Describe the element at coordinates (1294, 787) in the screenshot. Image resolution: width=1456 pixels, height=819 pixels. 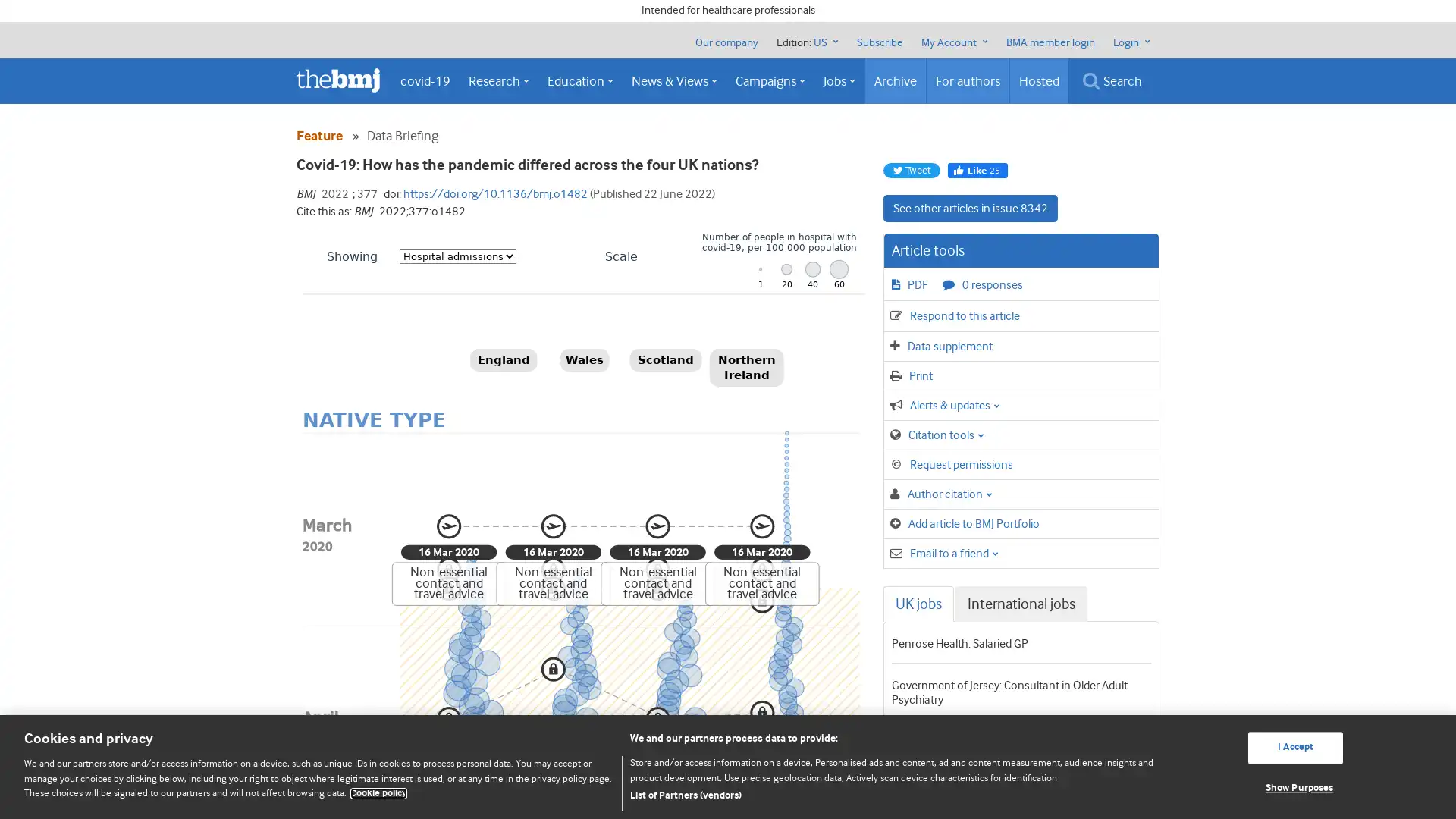
I see `Show Purposes` at that location.